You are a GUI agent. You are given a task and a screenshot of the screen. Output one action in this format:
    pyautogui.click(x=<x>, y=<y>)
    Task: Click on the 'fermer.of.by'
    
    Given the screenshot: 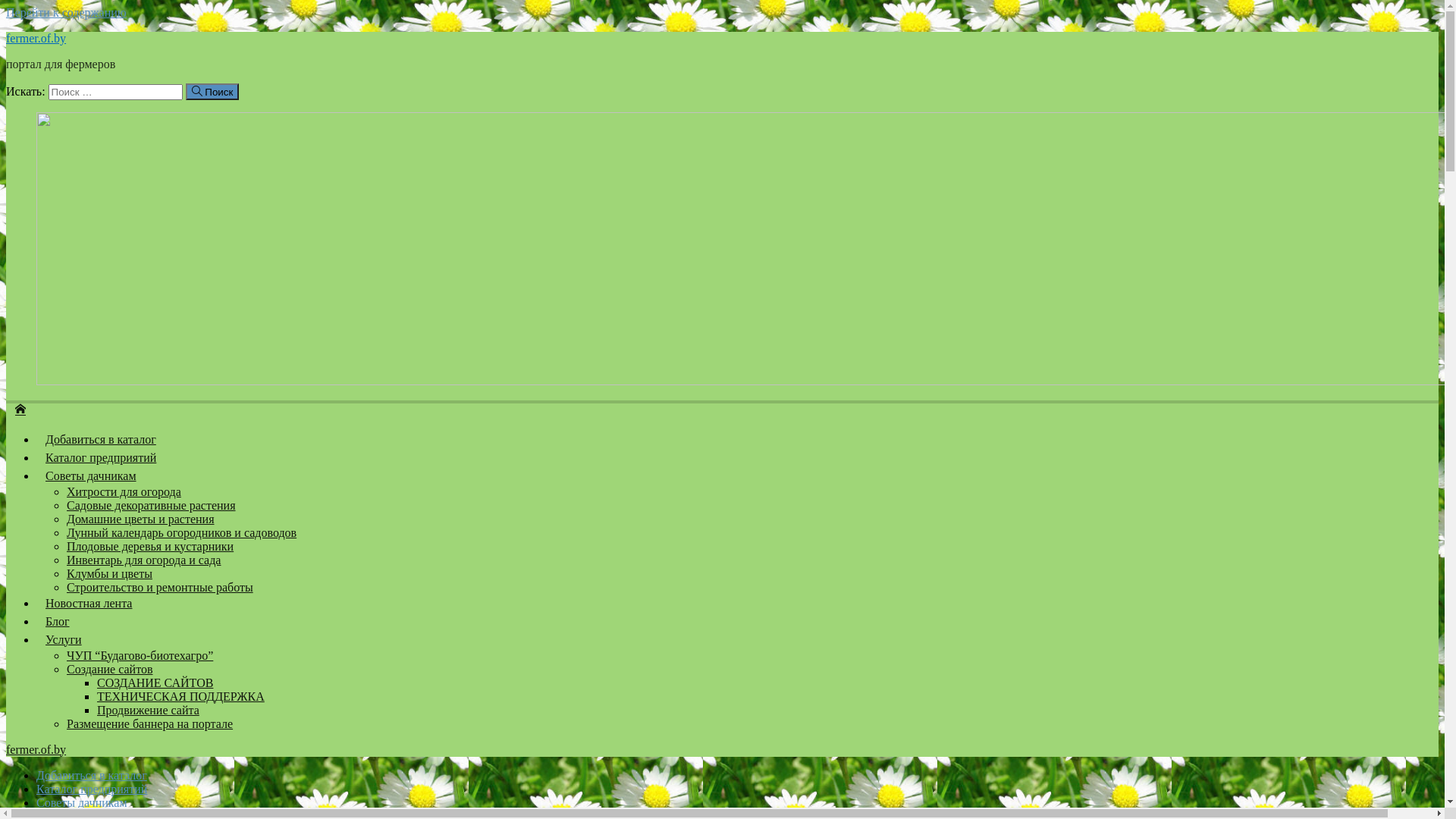 What is the action you would take?
    pyautogui.click(x=6, y=407)
    